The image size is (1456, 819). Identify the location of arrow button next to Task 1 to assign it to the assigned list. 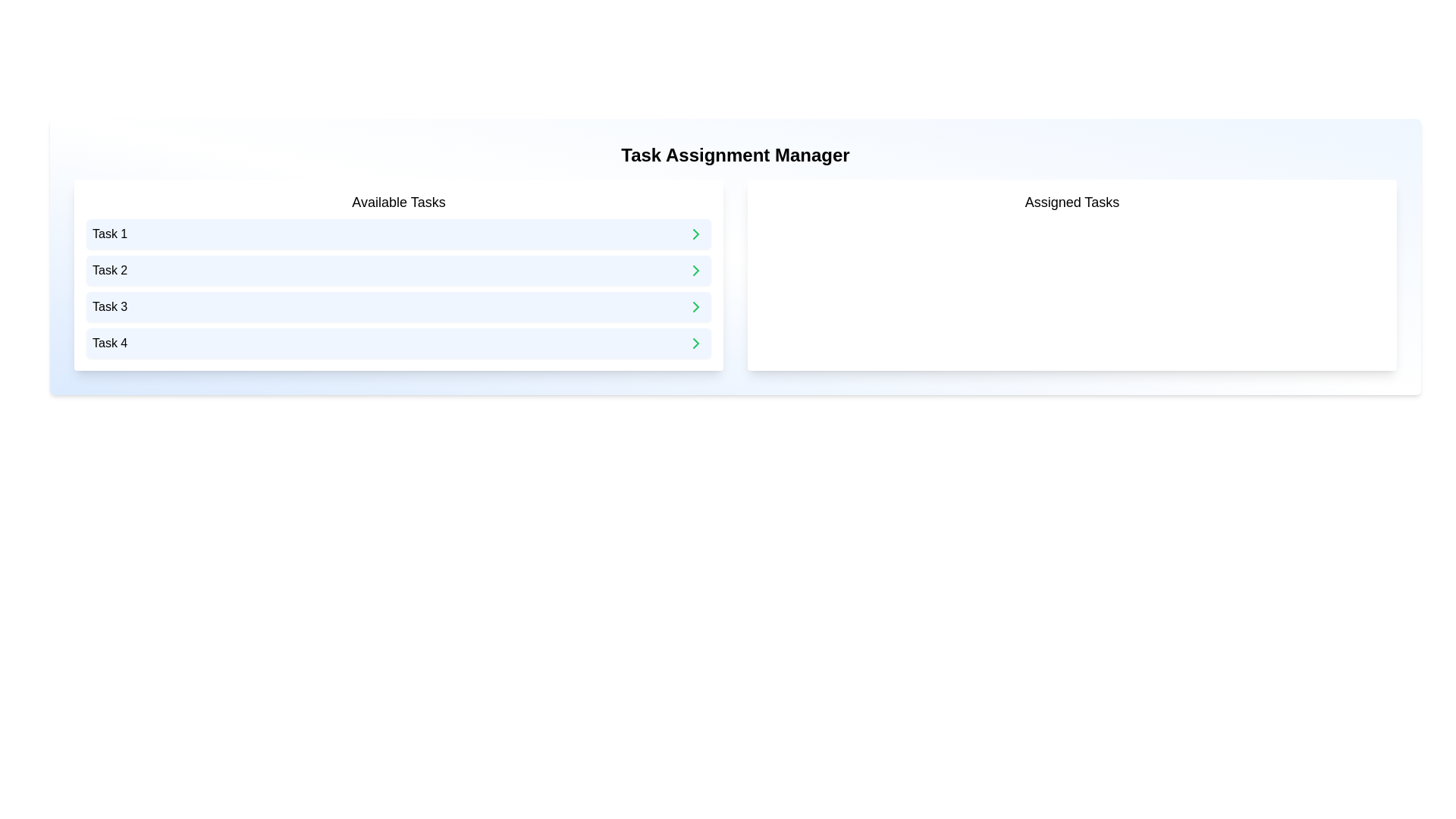
(695, 234).